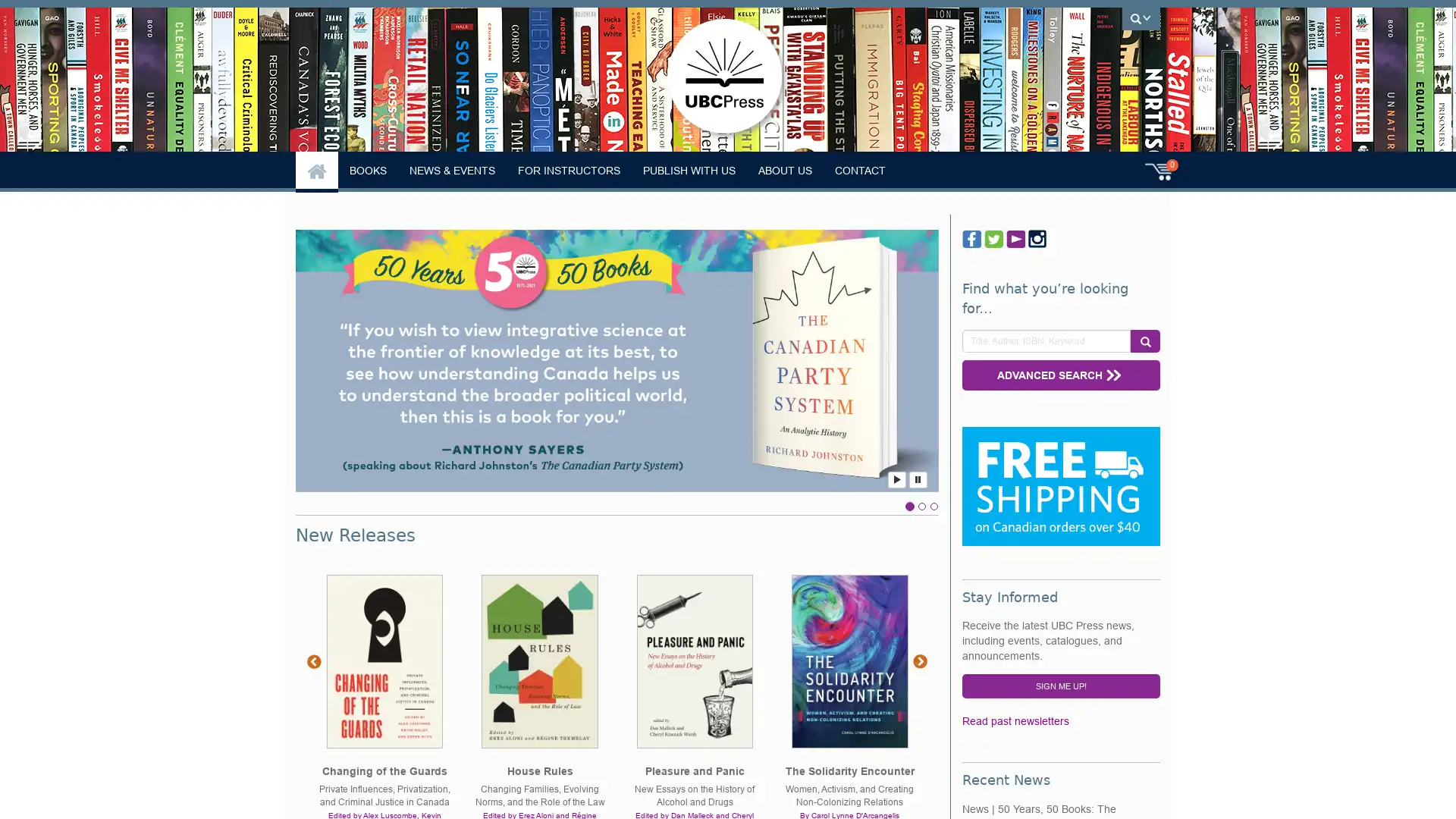  I want to click on PUBLISH WITH US, so click(688, 170).